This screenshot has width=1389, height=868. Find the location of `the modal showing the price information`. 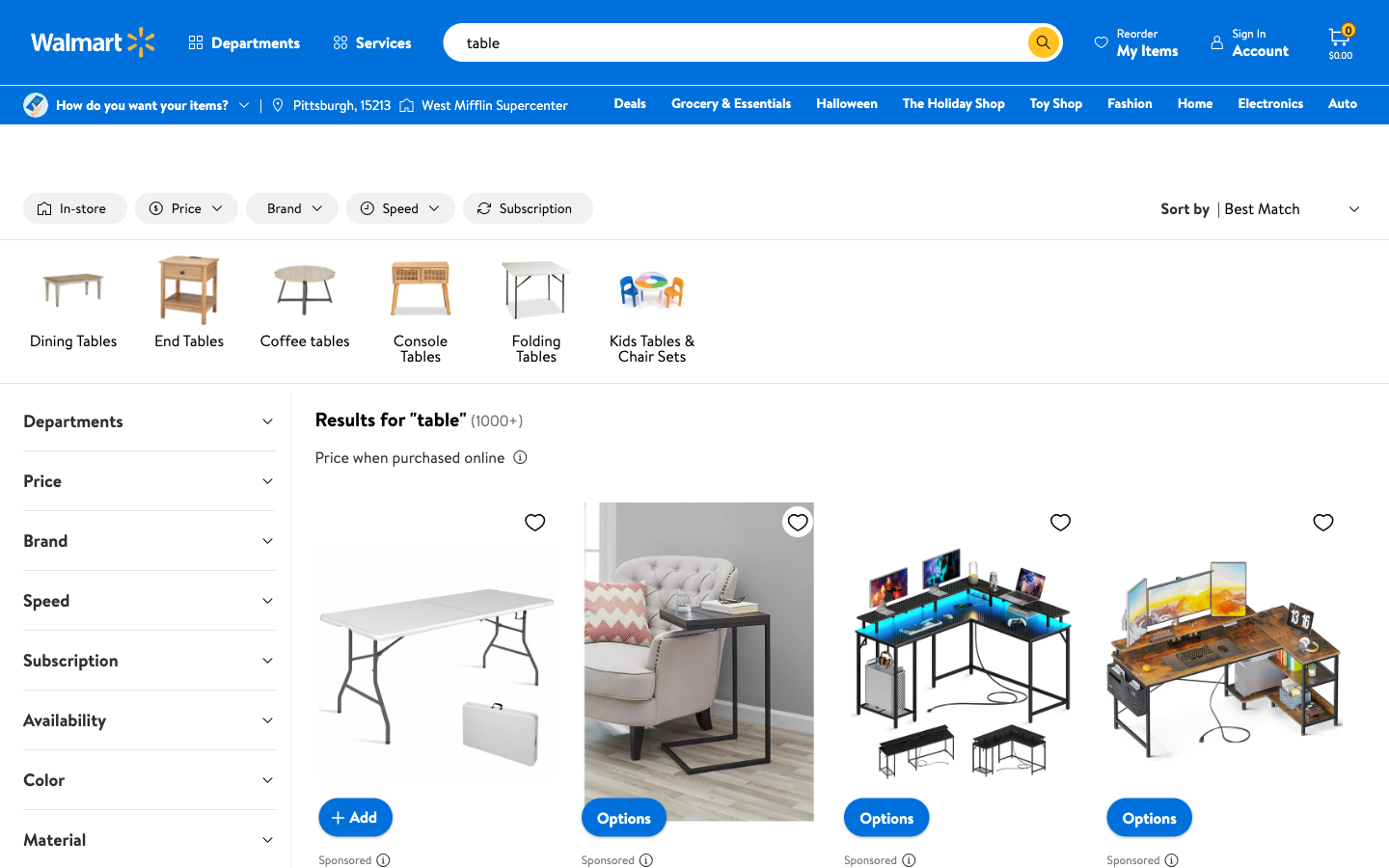

the modal showing the price information is located at coordinates (518, 456).